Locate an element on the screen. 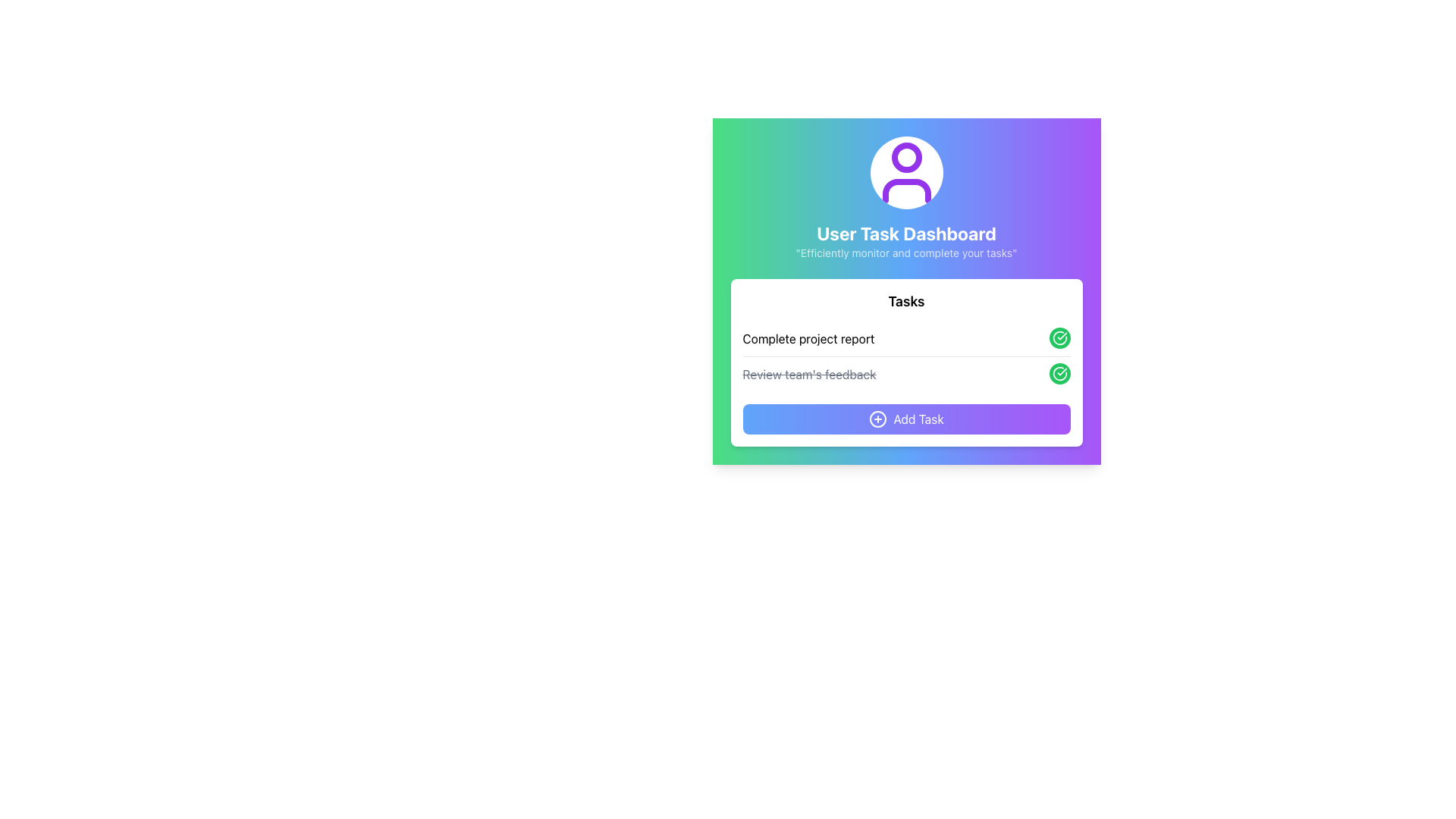 The width and height of the screenshot is (1456, 819). the descriptive subtitle text label located beneath the heading 'User Task Dashboard' in the dashboard interface is located at coordinates (906, 253).